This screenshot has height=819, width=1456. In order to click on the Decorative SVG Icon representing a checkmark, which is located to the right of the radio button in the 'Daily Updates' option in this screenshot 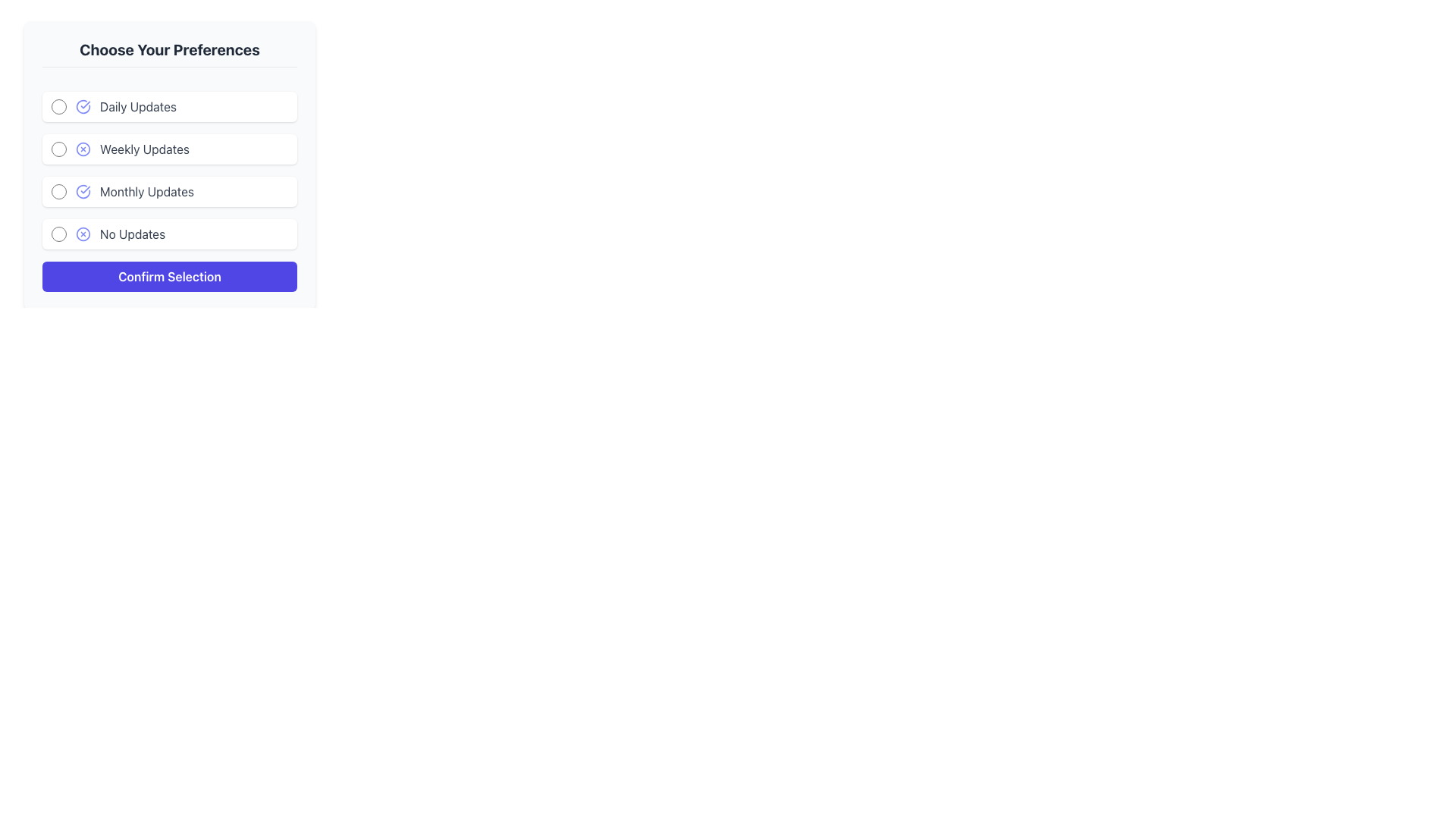, I will do `click(83, 106)`.